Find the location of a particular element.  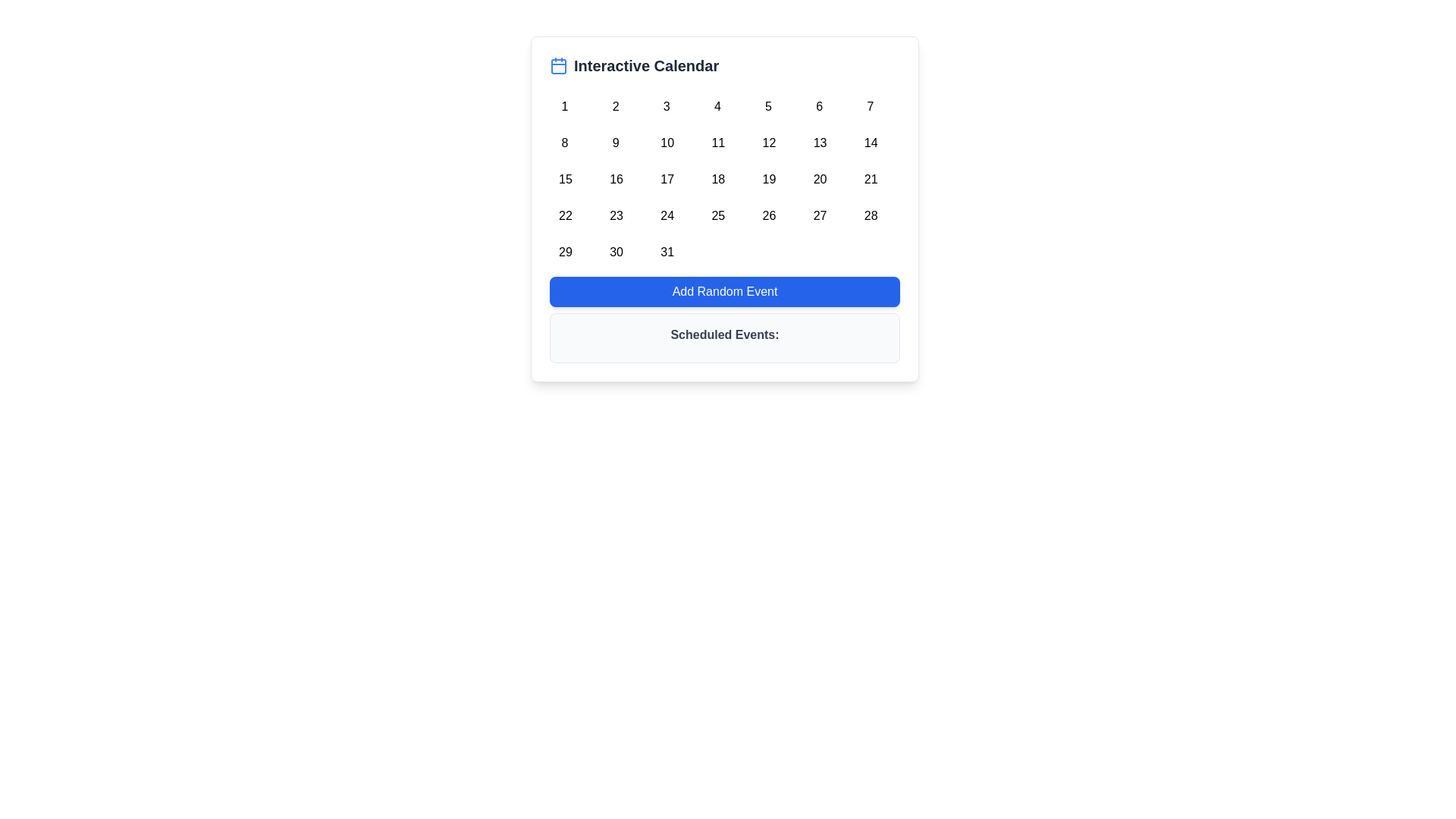

the day number in the Interactive calendar grid is located at coordinates (723, 175).